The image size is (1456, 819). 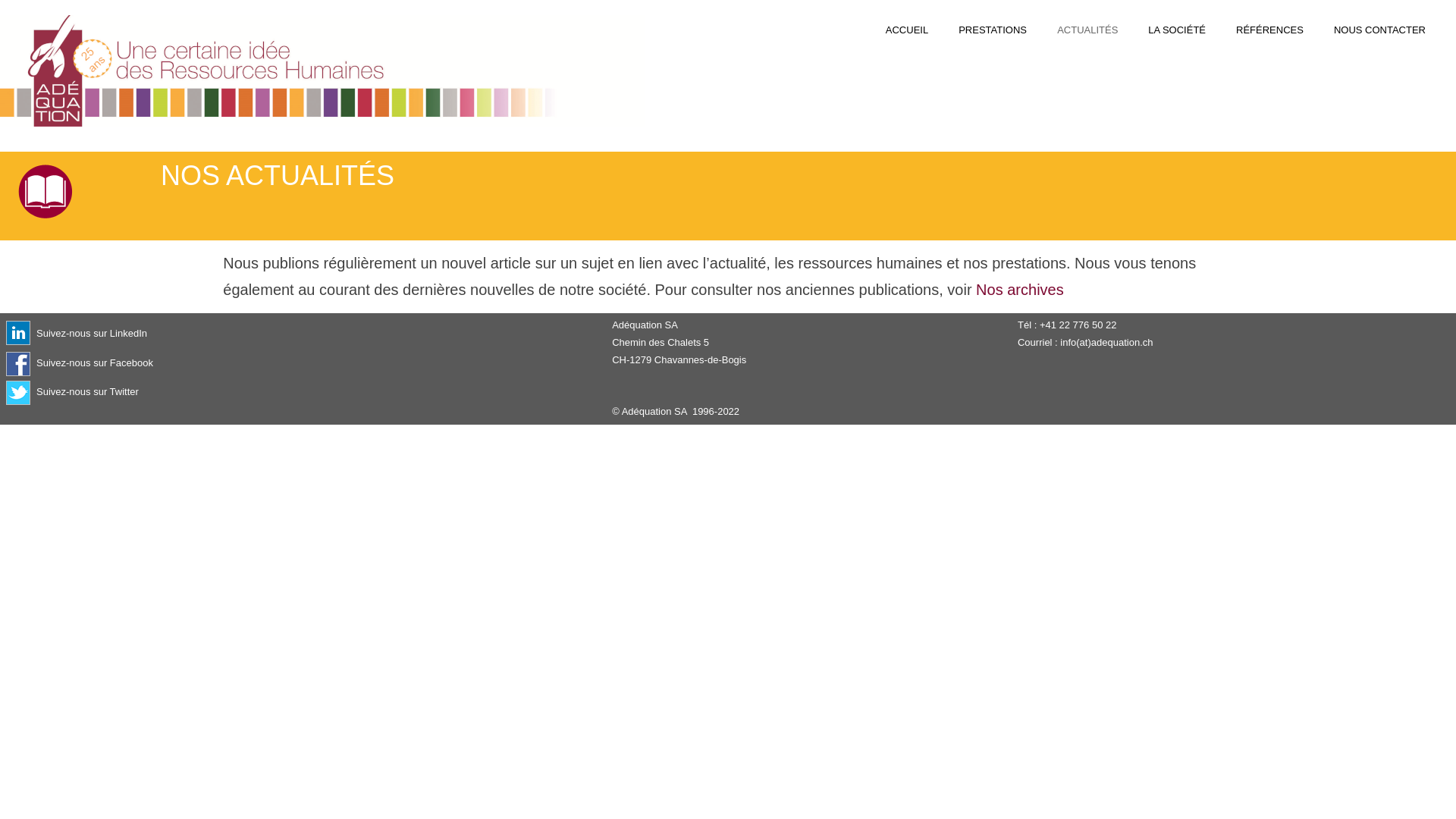 I want to click on 'PRESTATIONS', so click(x=993, y=30).